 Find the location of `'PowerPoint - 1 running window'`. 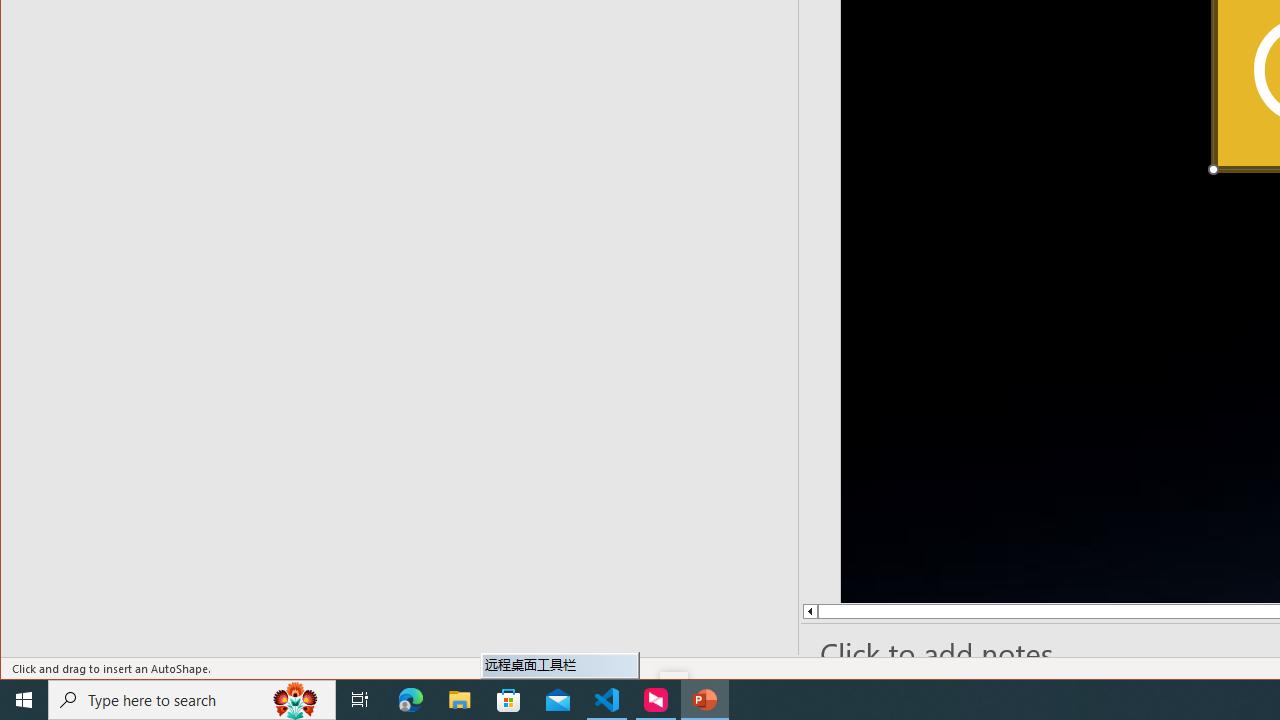

'PowerPoint - 1 running window' is located at coordinates (705, 698).